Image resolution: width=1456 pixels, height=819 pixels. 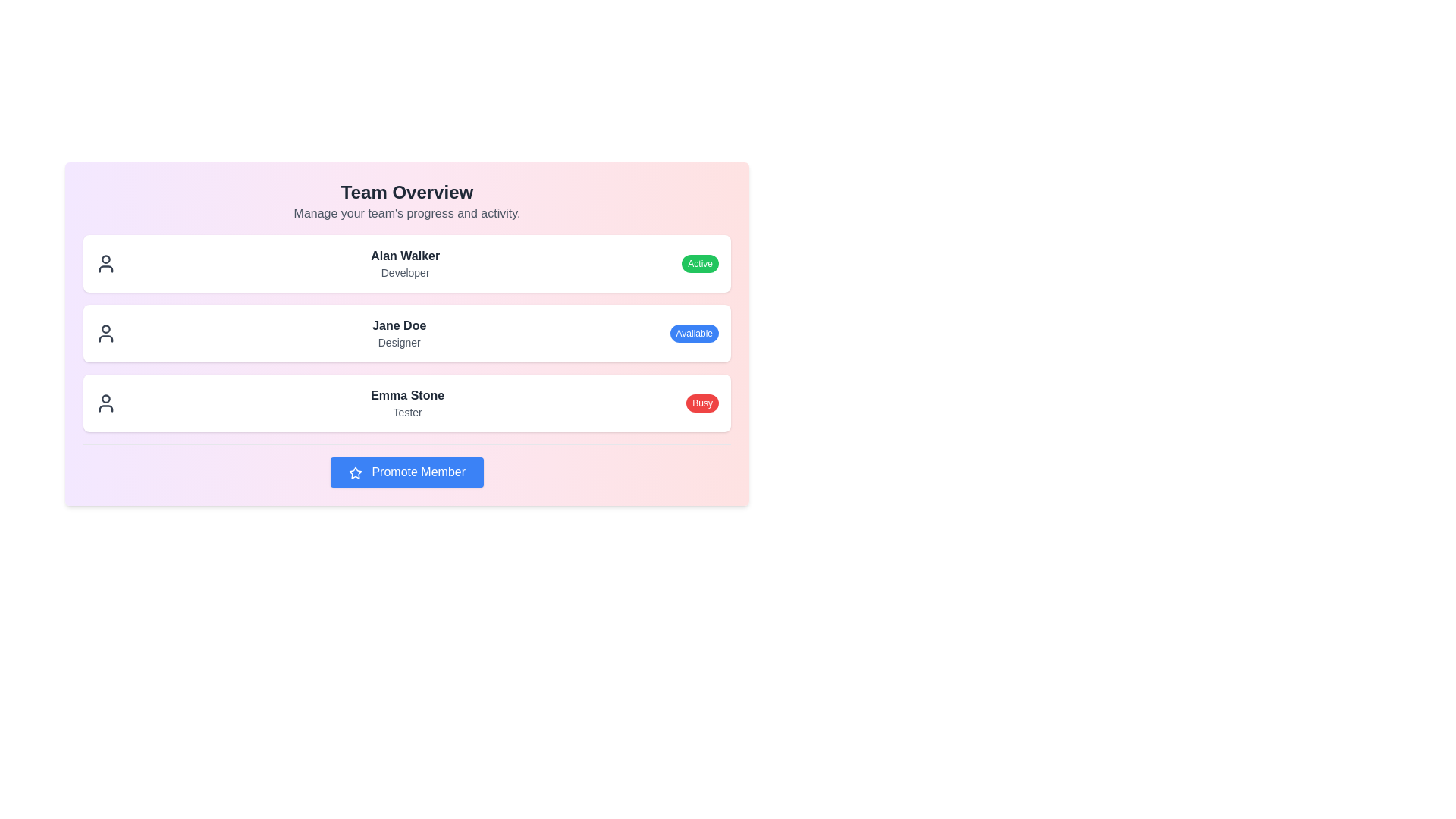 What do you see at coordinates (407, 332) in the screenshot?
I see `the list item for 'Jane Doe', a team member displayed in the 'Team Overview' section, which contains the role 'Designer' and a status badge 'Available'` at bounding box center [407, 332].